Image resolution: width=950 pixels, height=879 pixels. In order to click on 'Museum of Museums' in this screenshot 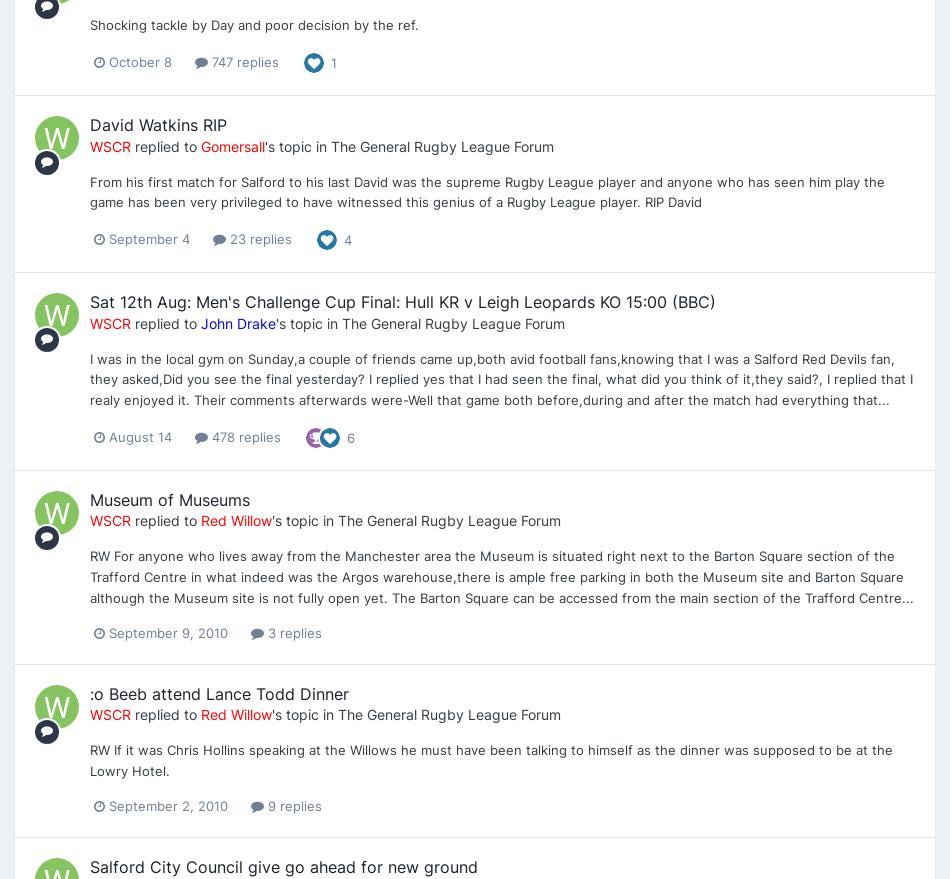, I will do `click(169, 498)`.